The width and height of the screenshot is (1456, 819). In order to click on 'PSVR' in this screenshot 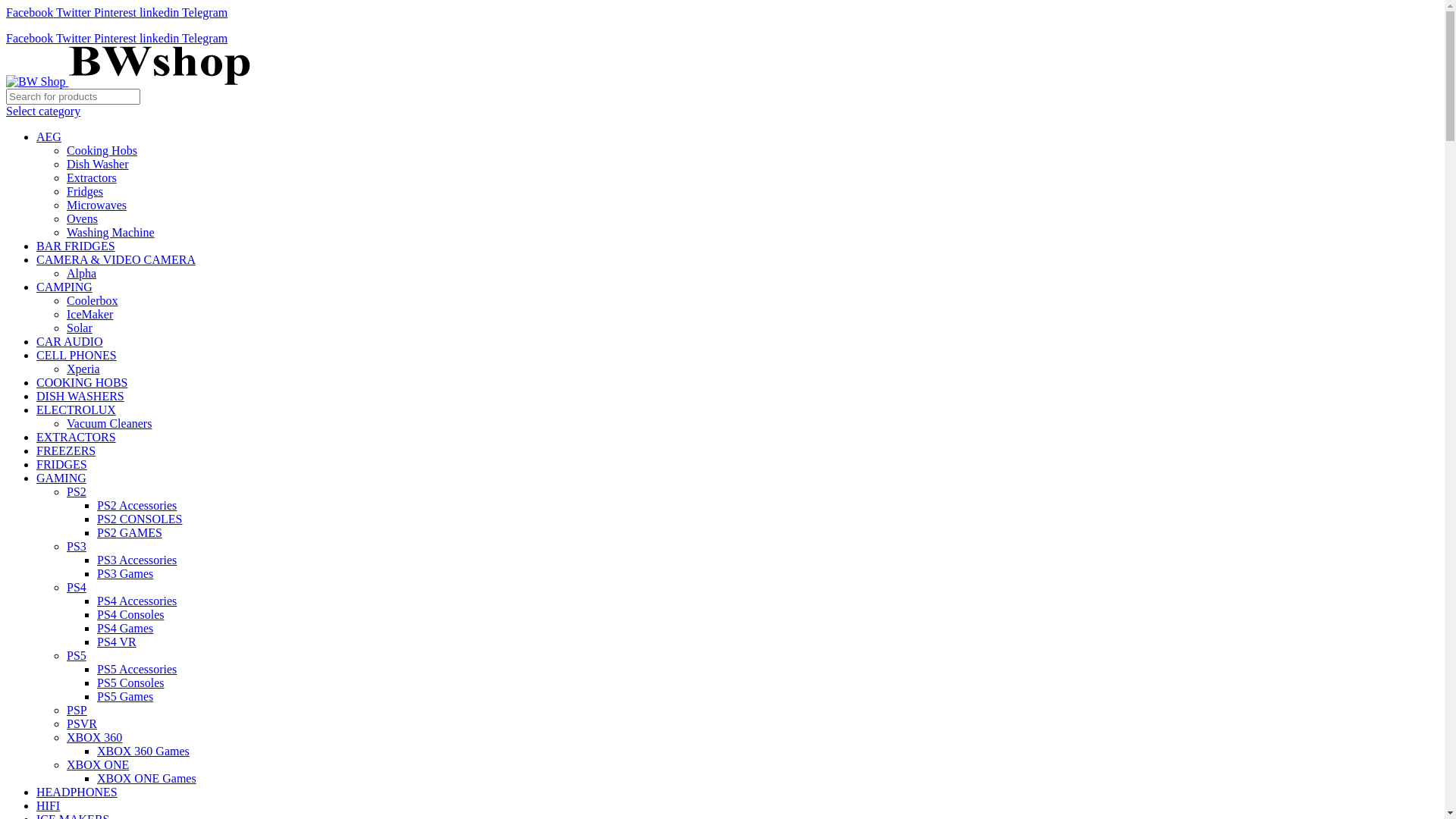, I will do `click(80, 723)`.